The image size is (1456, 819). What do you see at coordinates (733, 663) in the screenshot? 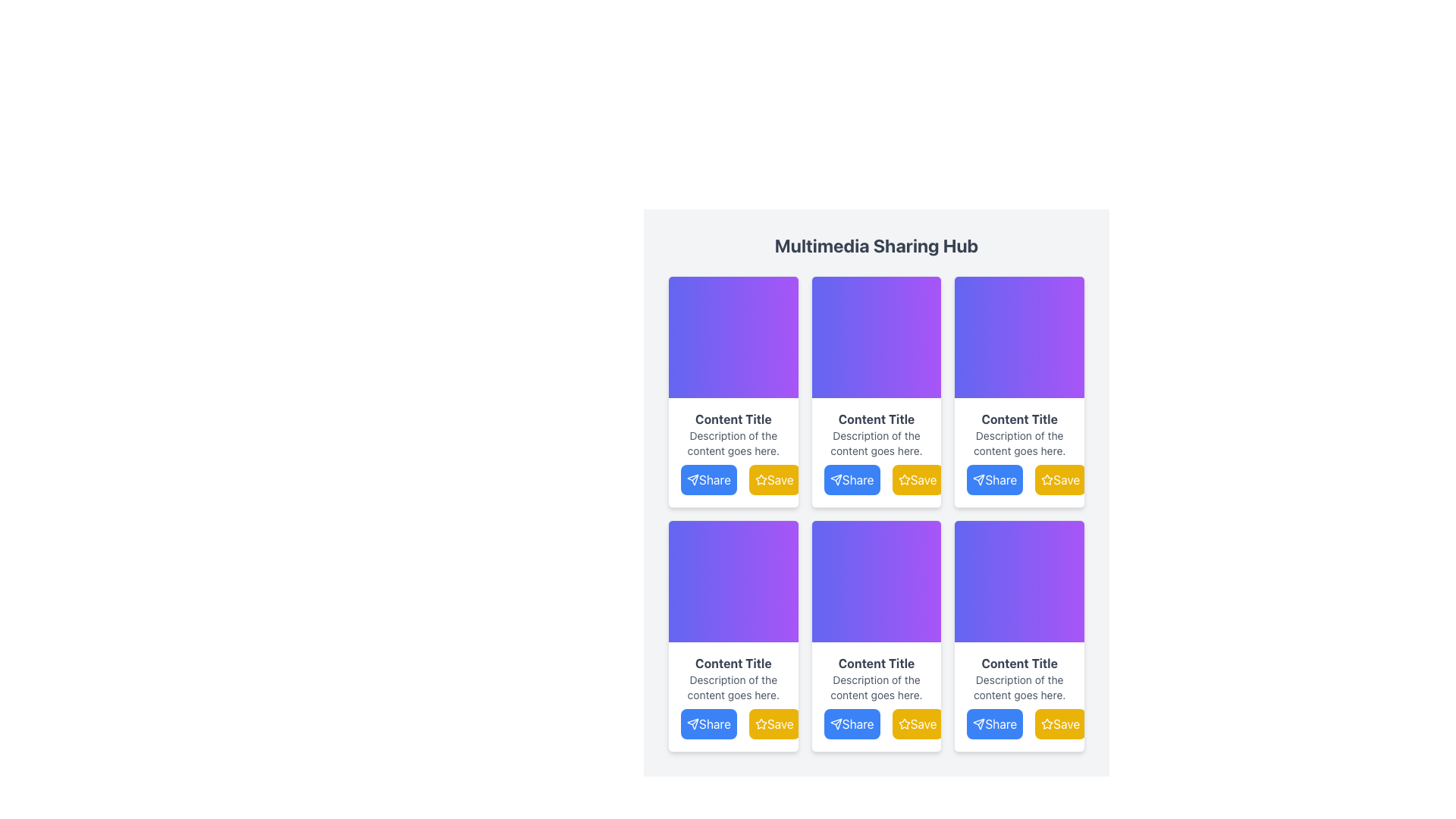
I see `the 'Content Title' text label` at bounding box center [733, 663].